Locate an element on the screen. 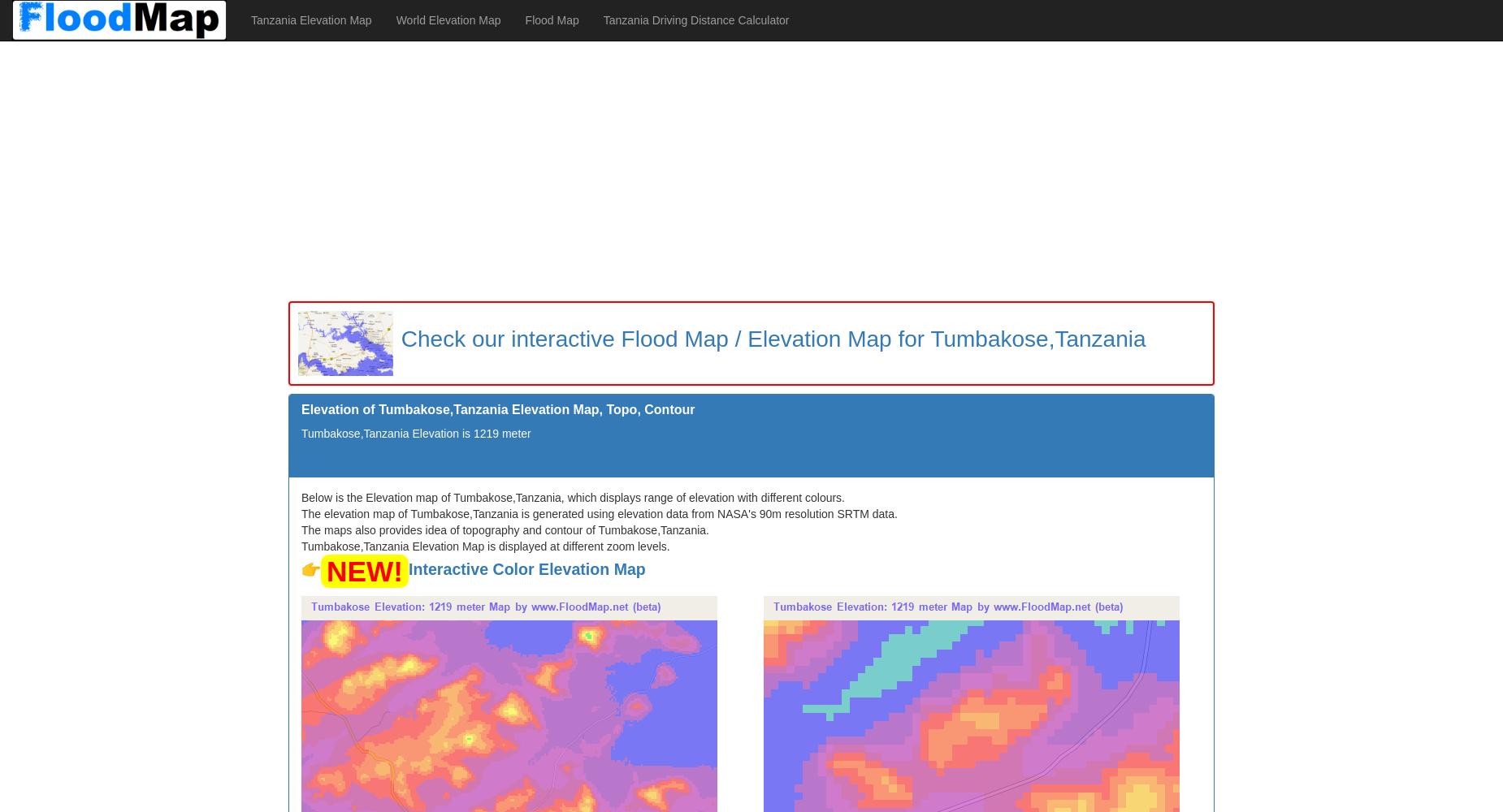 The width and height of the screenshot is (1503, 812). 'Interactive Color Elevation Map' is located at coordinates (526, 568).